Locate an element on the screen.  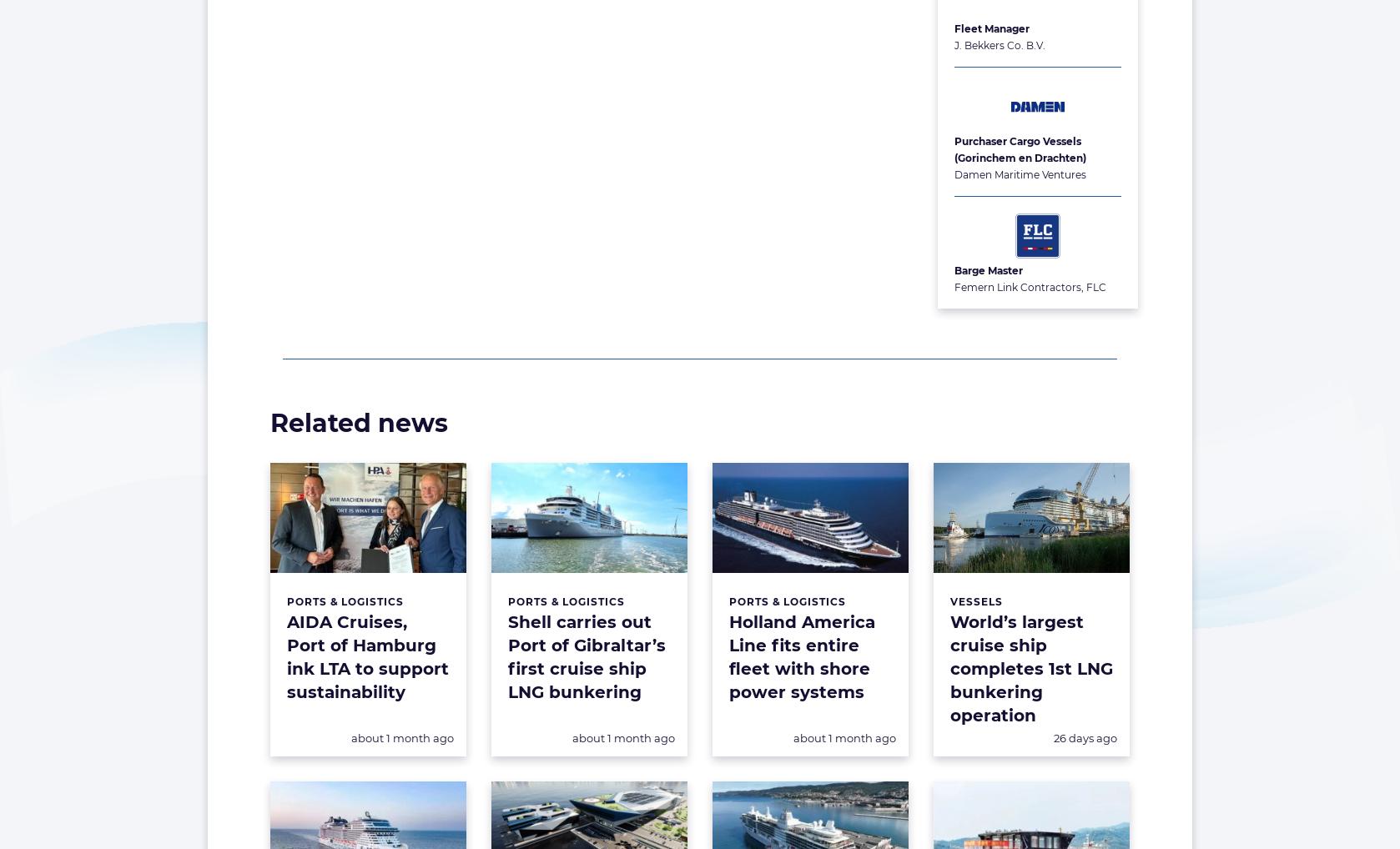
'26 days ago' is located at coordinates (1053, 738).